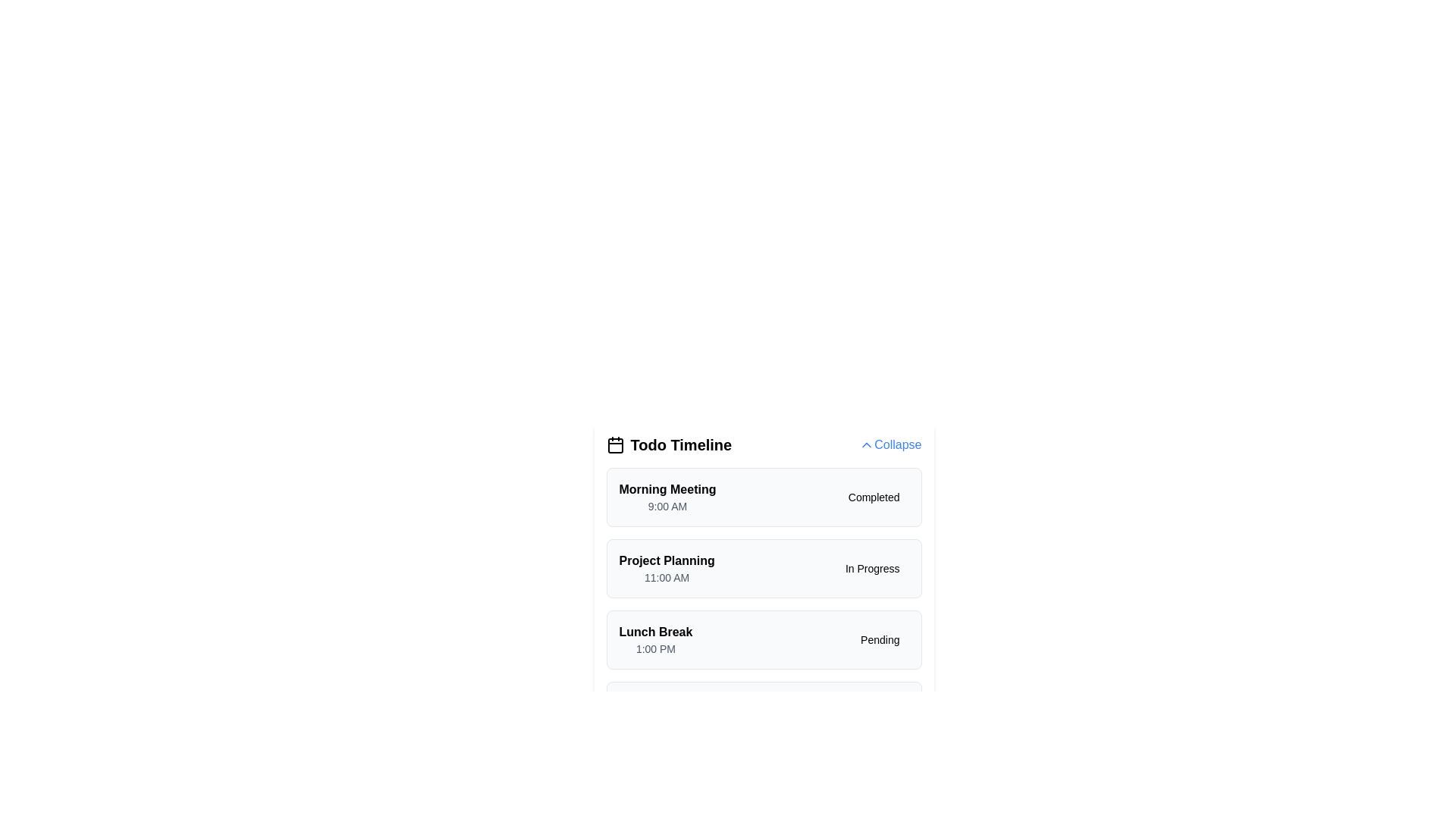  Describe the element at coordinates (667, 578) in the screenshot. I see `the text label displaying '11:00 AM' associated with the 'Project Planning' task in the timeline interface` at that location.